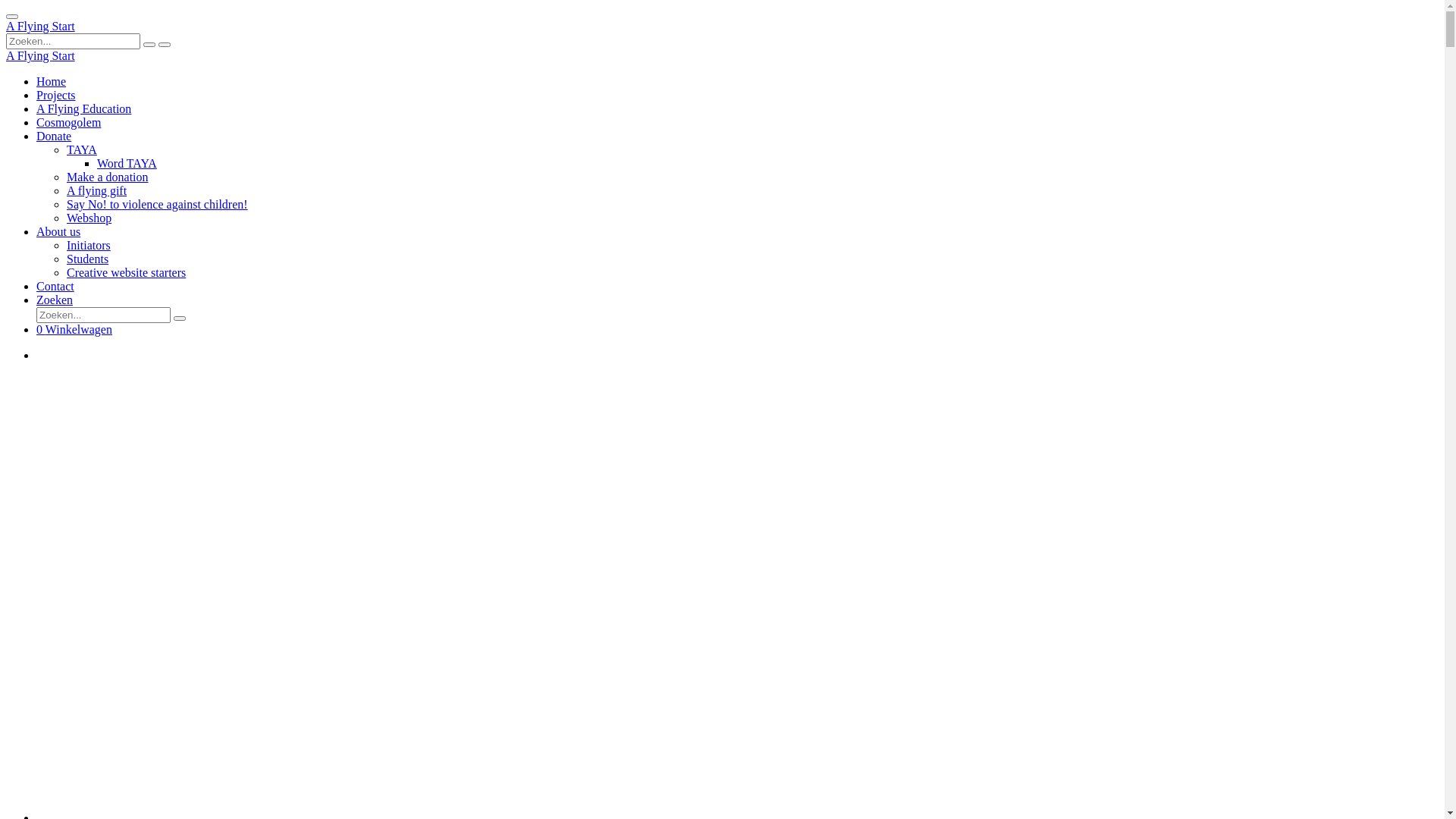 The image size is (1456, 819). I want to click on 'Donate', so click(54, 135).